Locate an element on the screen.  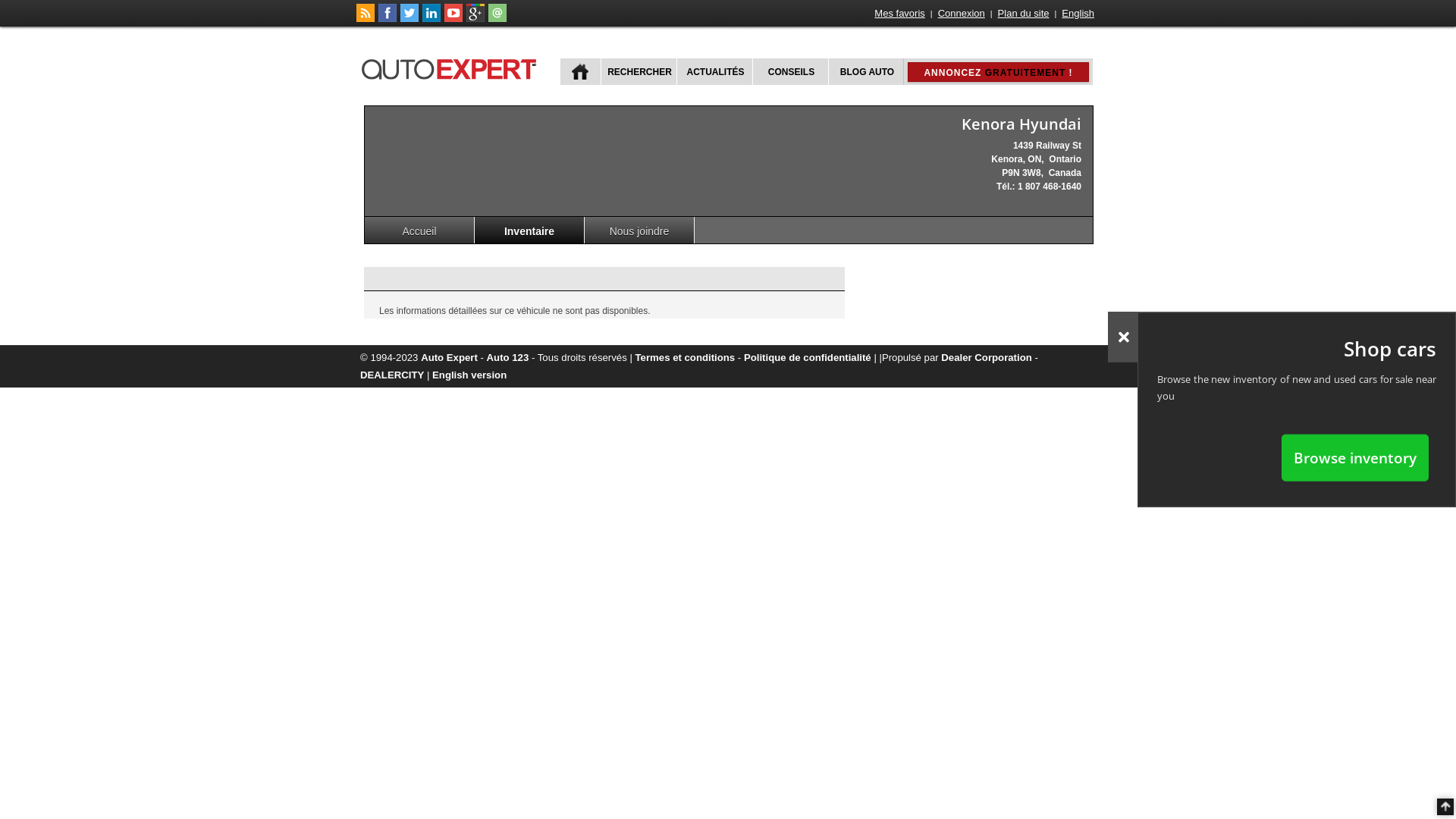
'Suivez Publications Le Guide Inc. sur LinkedIn' is located at coordinates (422, 18).